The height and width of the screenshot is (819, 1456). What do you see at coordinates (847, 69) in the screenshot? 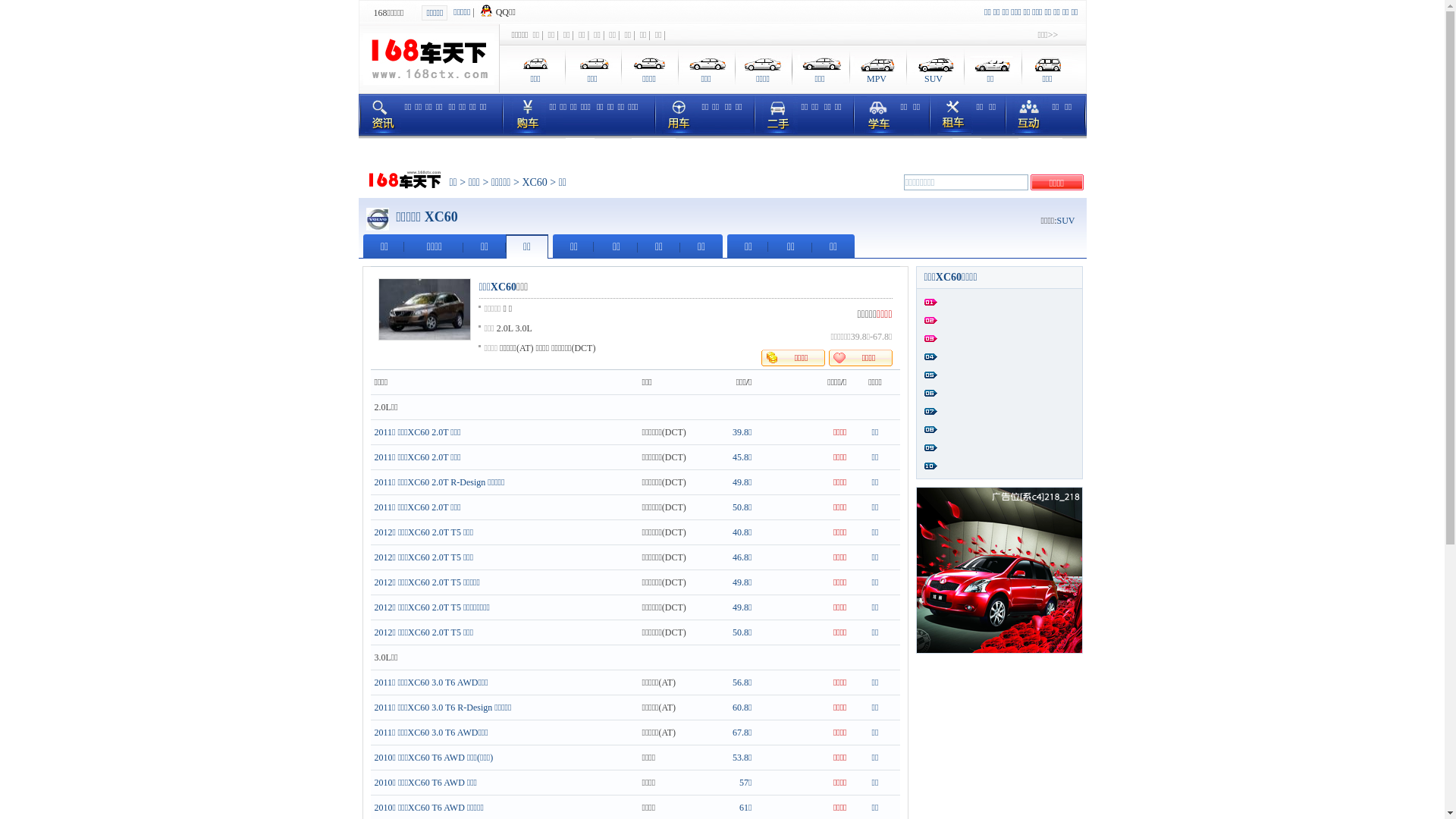
I see `'MPV'` at bounding box center [847, 69].